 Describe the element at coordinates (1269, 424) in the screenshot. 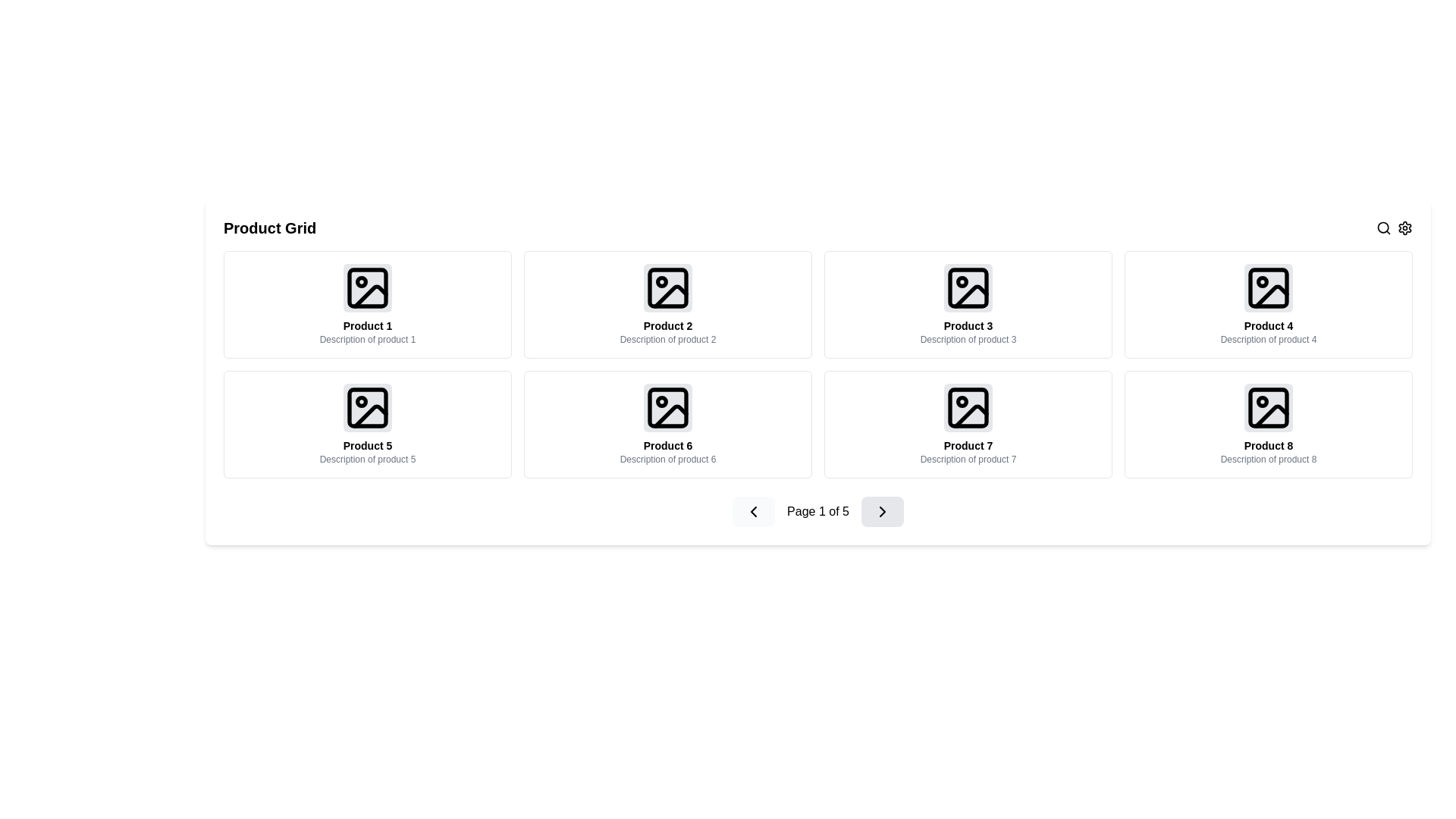

I see `the grid cell component that displays 'Product 8' with its description 'Description of product 8', located in the last column of the second row` at that location.